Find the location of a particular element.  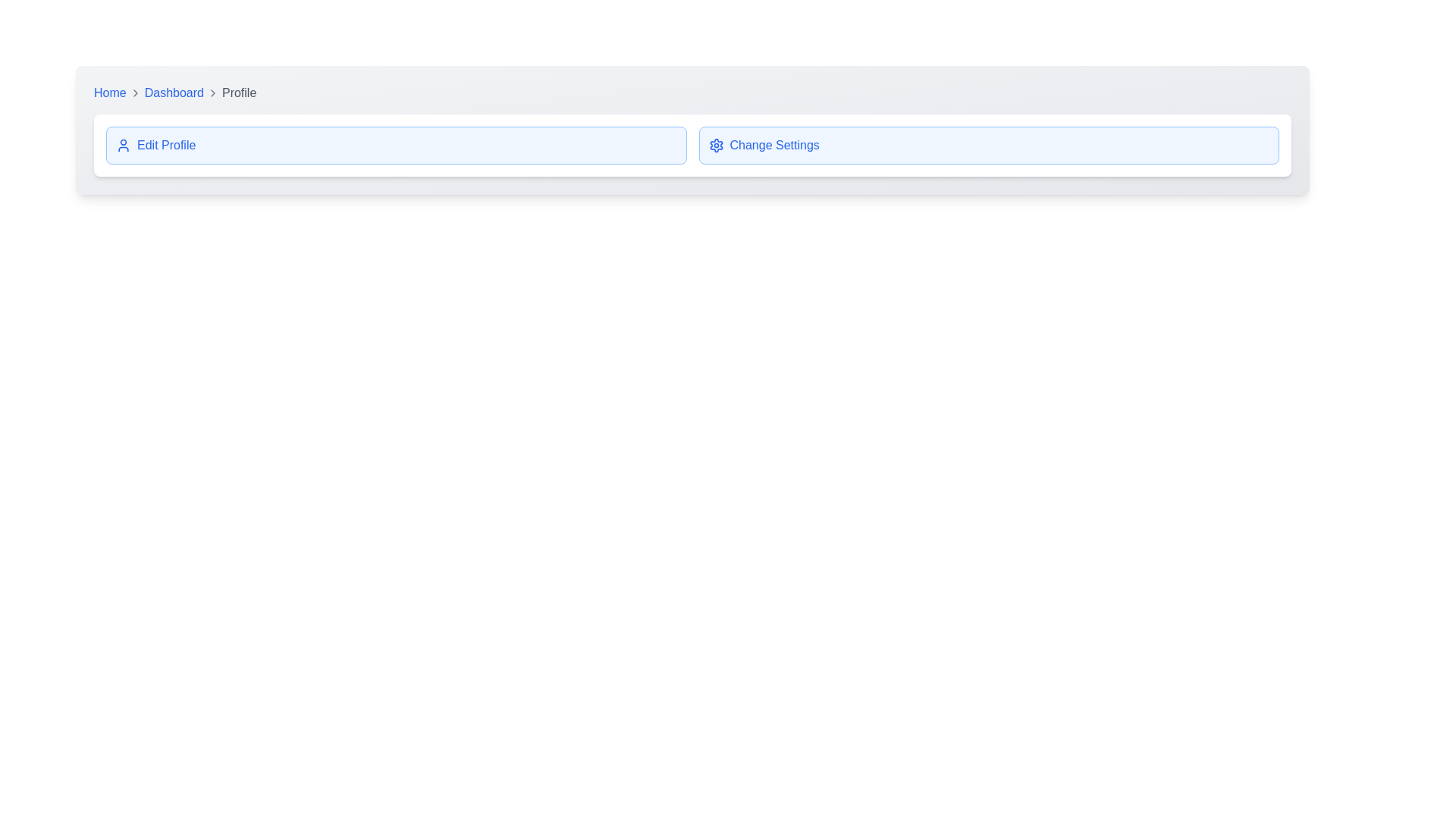

the 'Dashboard' hyperlink, which is styled with blue text and an underline, located on the top navigation bar between 'Home' and 'Profile' is located at coordinates (174, 93).